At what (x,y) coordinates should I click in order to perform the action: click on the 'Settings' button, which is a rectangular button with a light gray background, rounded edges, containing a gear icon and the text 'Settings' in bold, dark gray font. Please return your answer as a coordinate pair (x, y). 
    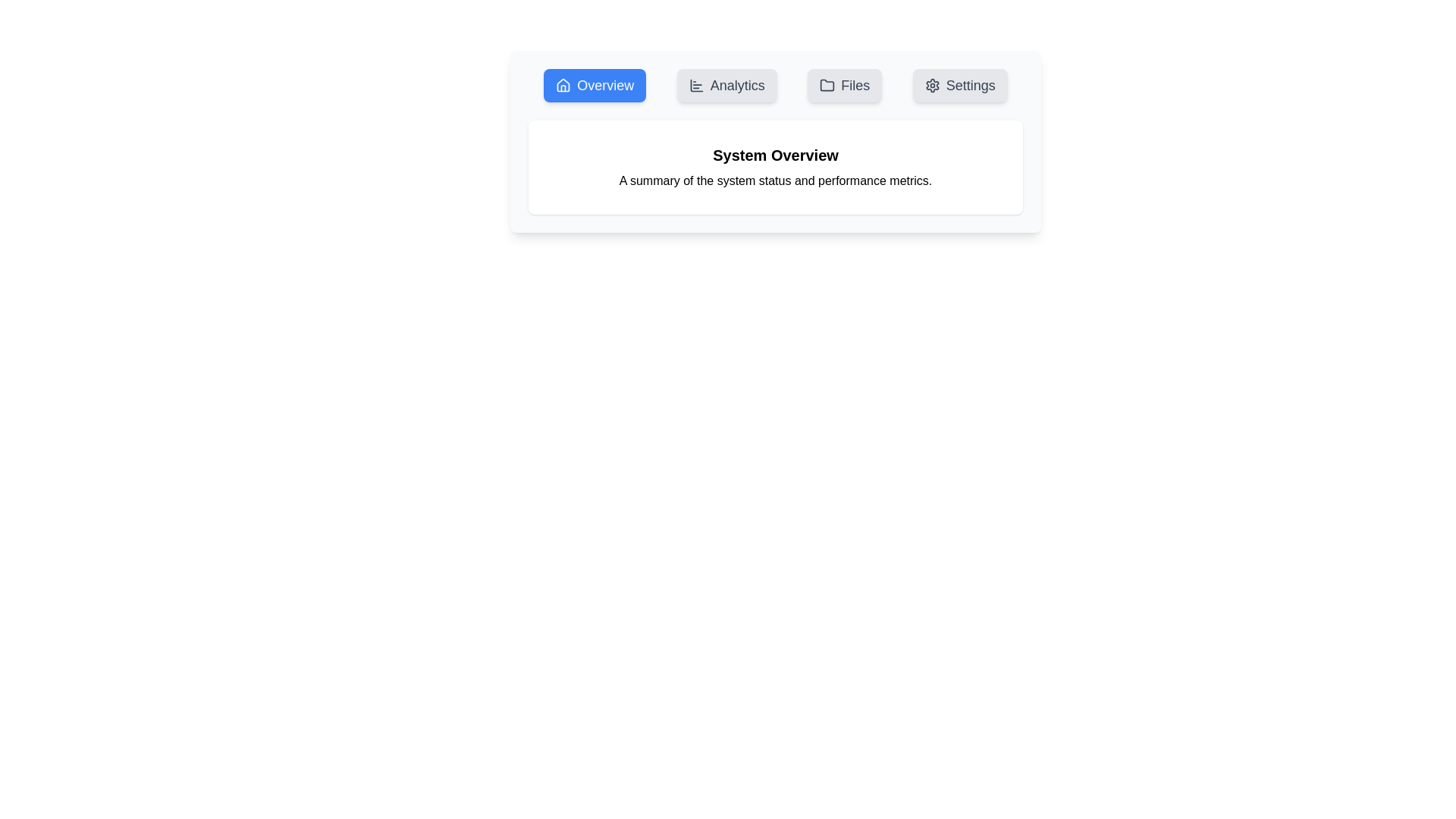
    Looking at the image, I should click on (959, 85).